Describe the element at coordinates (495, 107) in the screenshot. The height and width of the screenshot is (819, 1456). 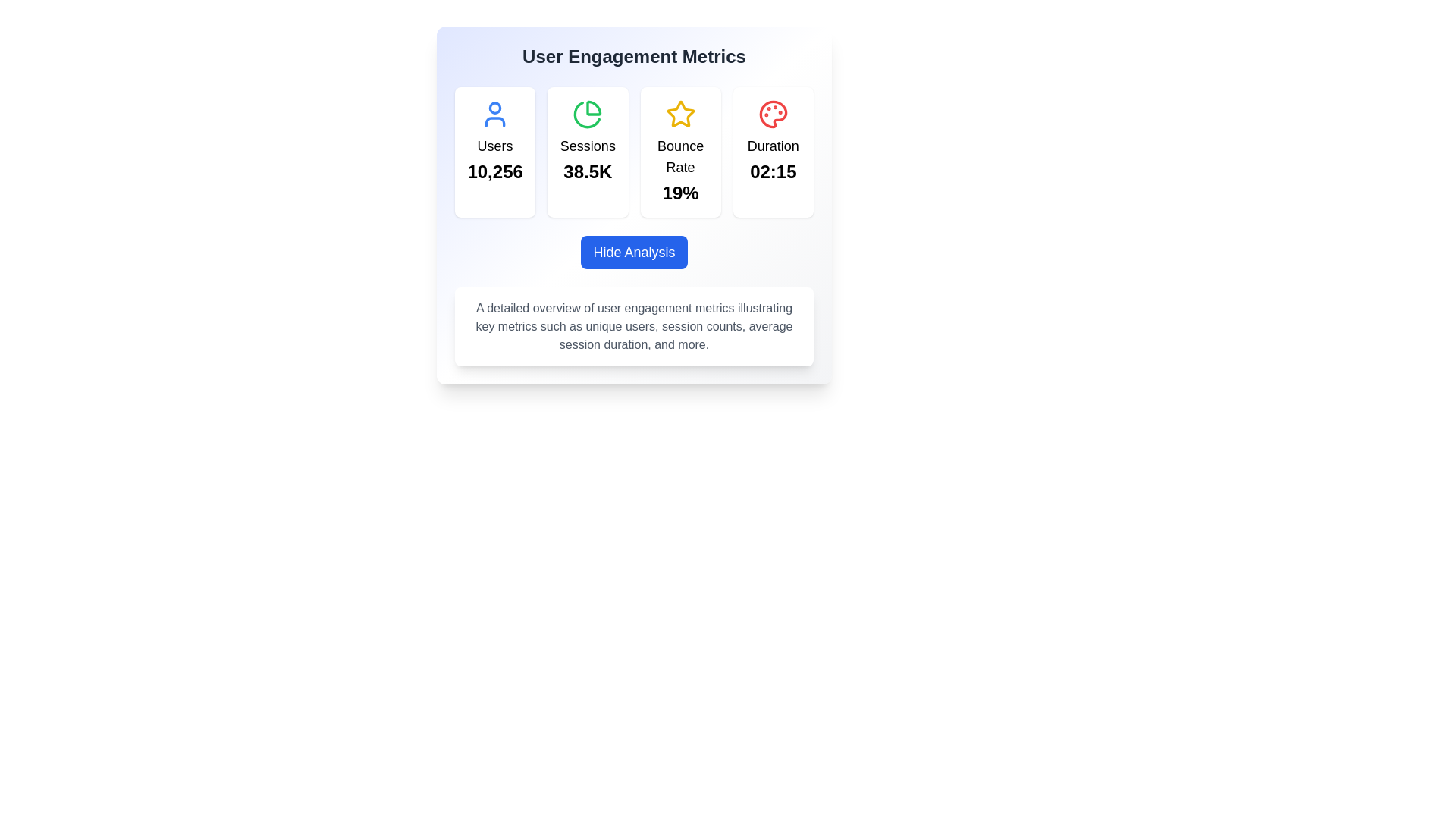
I see `the circular part of the user icon located at the upper middle section of the metric card titled 'Users'` at that location.